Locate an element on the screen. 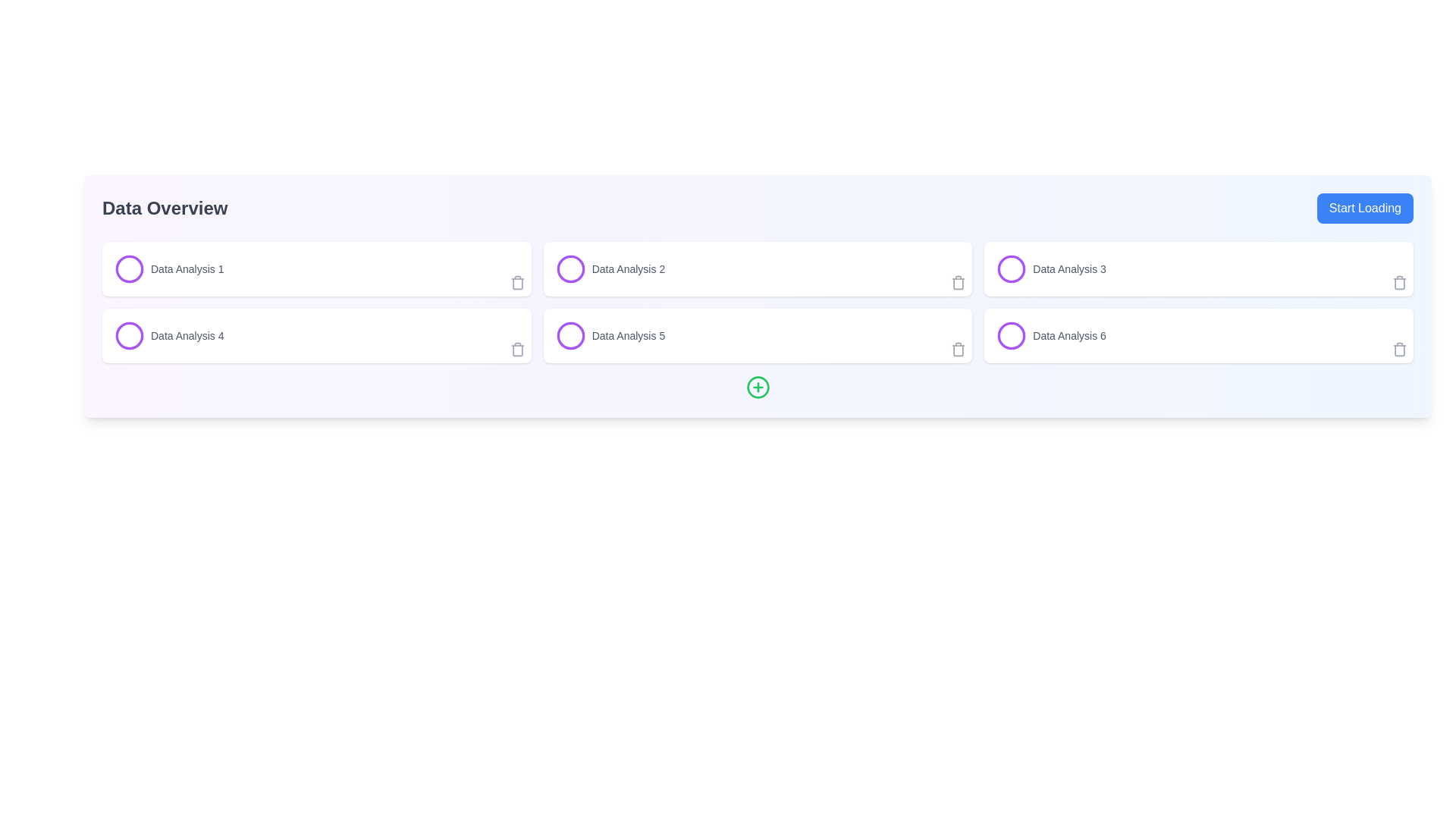 This screenshot has height=819, width=1456. the trash can icon located in the bottom-right corner of the 'Data Analysis 6' card is located at coordinates (1399, 350).